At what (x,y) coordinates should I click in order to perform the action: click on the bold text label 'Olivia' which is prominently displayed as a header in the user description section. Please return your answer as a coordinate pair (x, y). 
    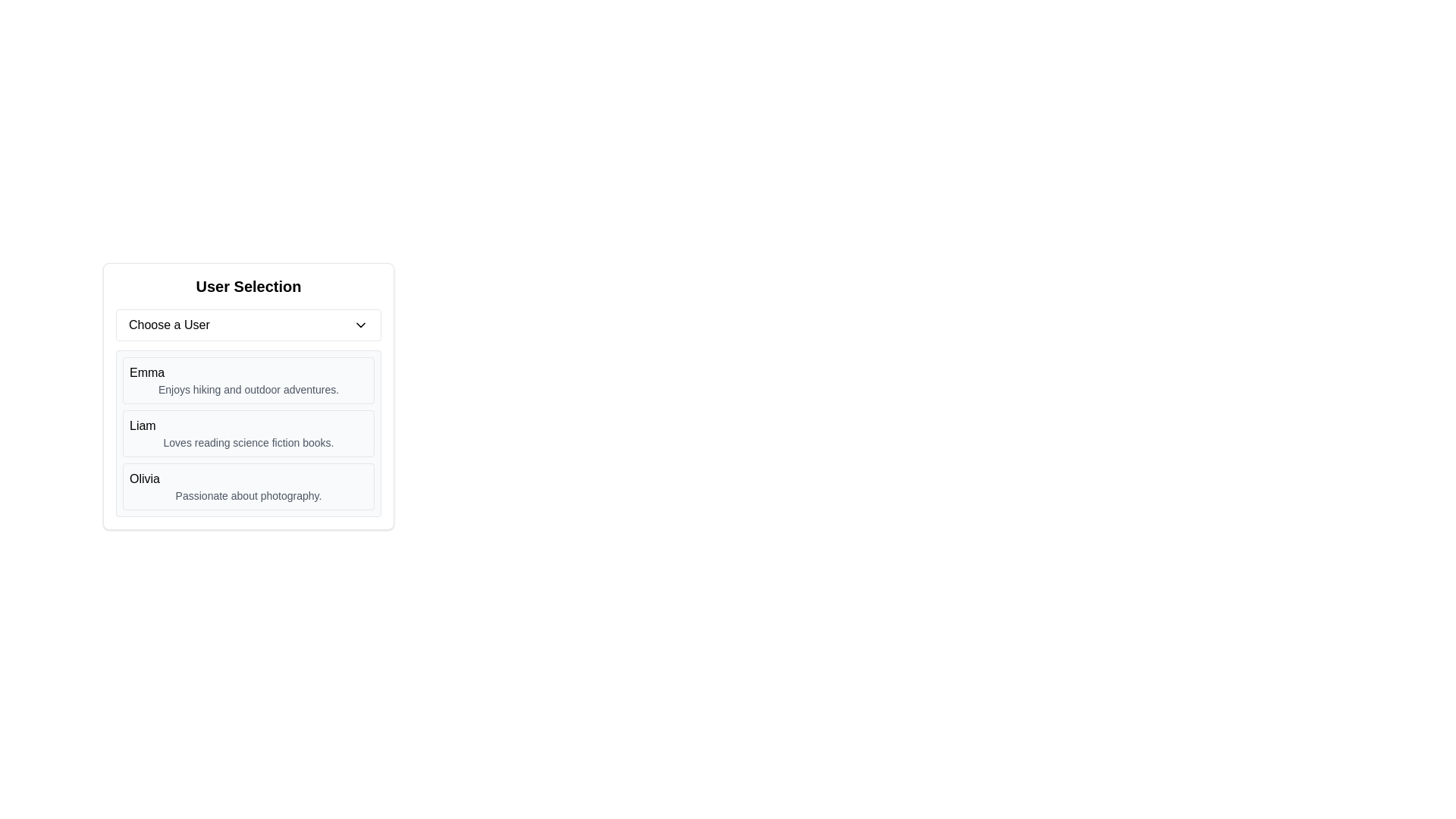
    Looking at the image, I should click on (145, 479).